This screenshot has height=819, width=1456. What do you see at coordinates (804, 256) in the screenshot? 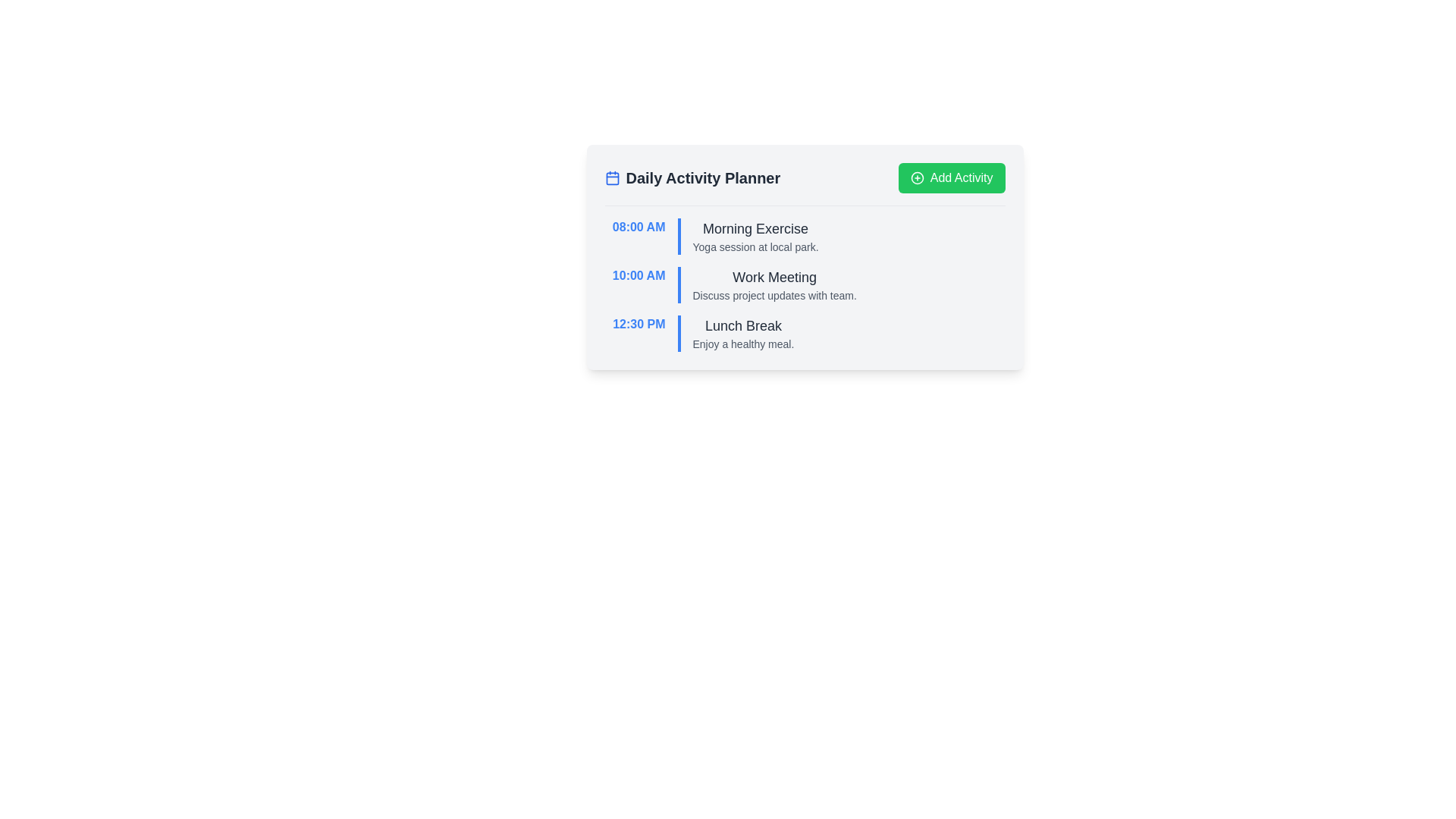
I see `the individual activity descriptions within the centrally located planner interface, which allows interaction with scheduled activities` at bounding box center [804, 256].